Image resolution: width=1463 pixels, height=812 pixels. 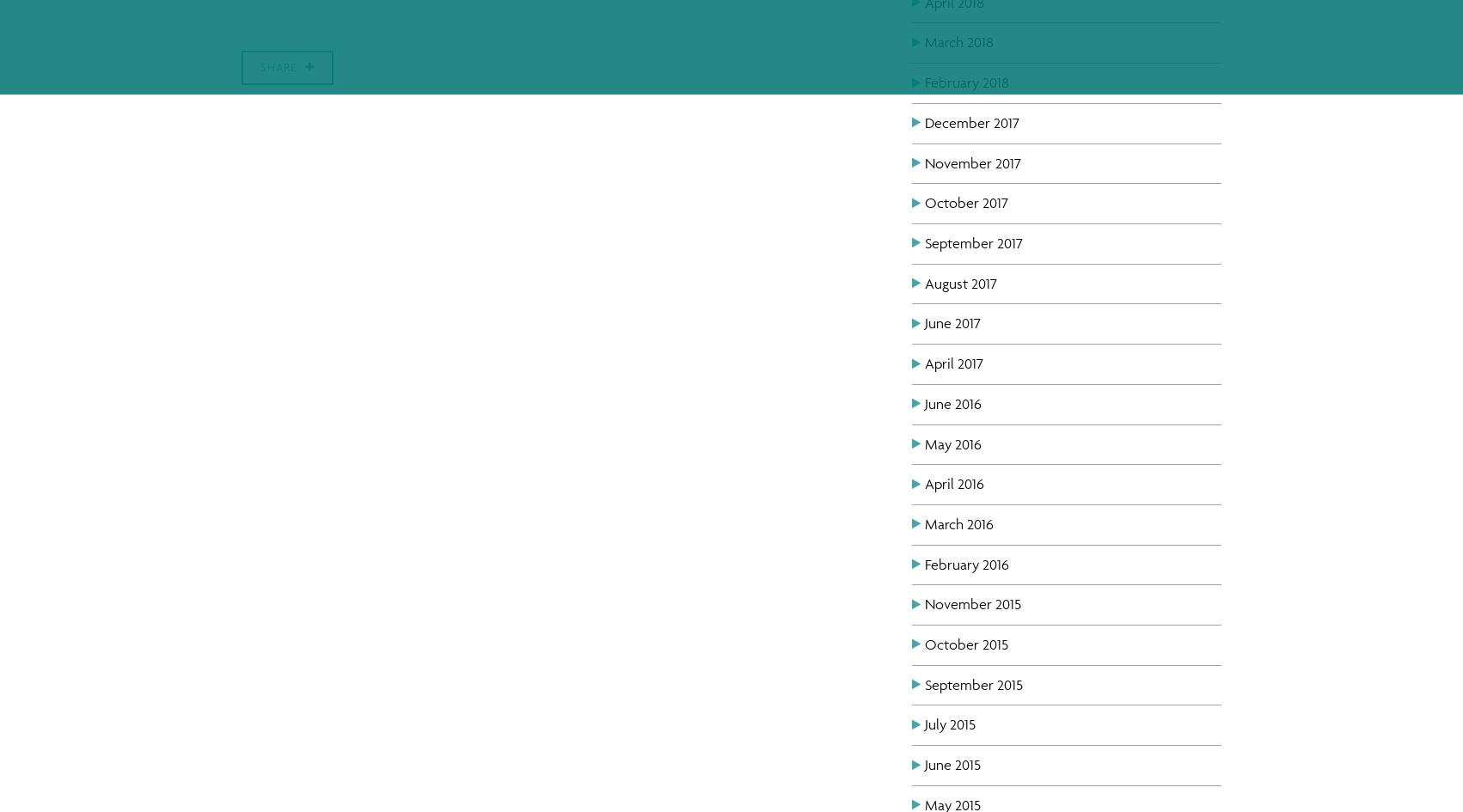 I want to click on 'November 2015', so click(x=972, y=603).